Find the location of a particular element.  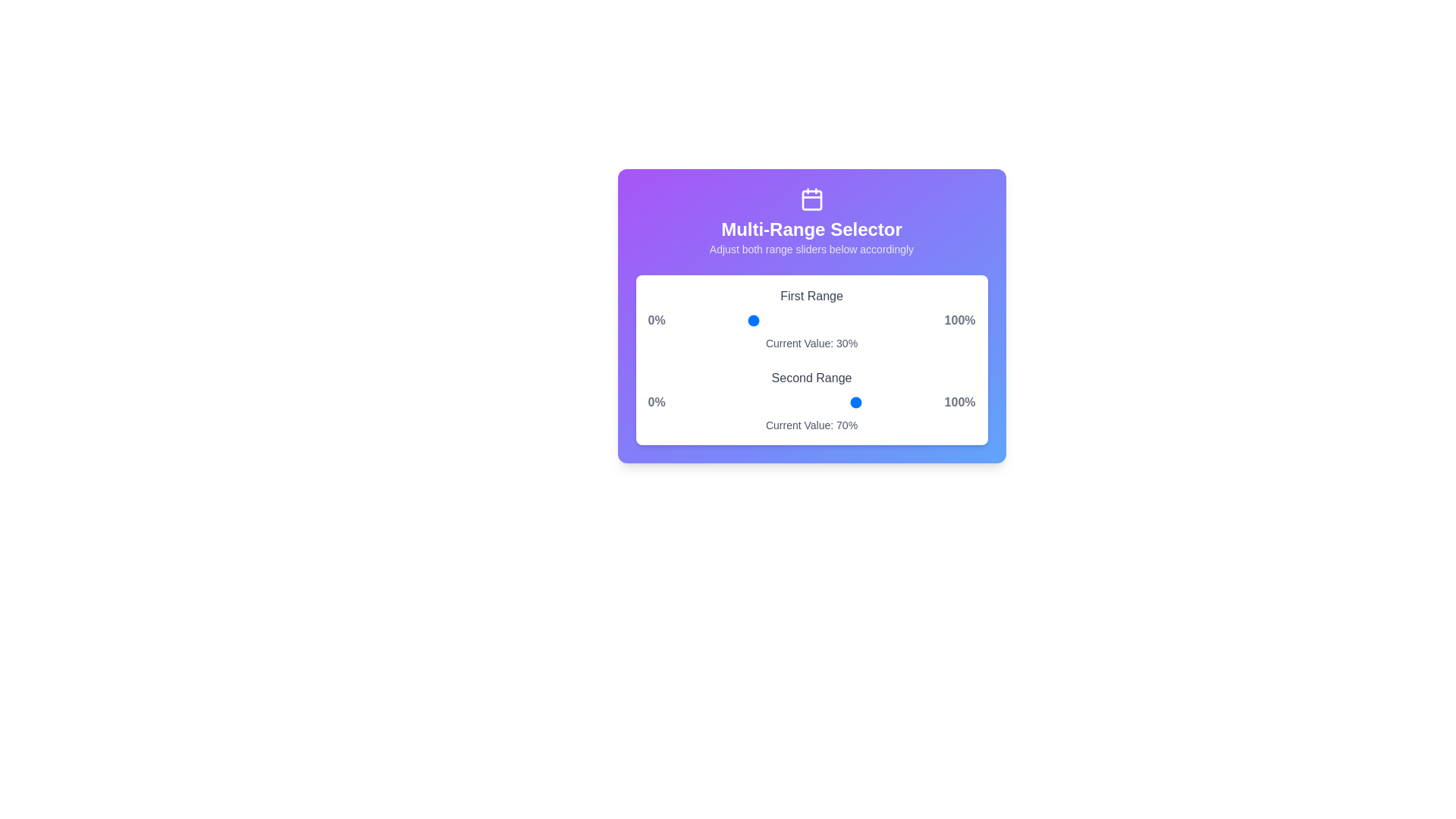

the second range slider is located at coordinates (898, 402).